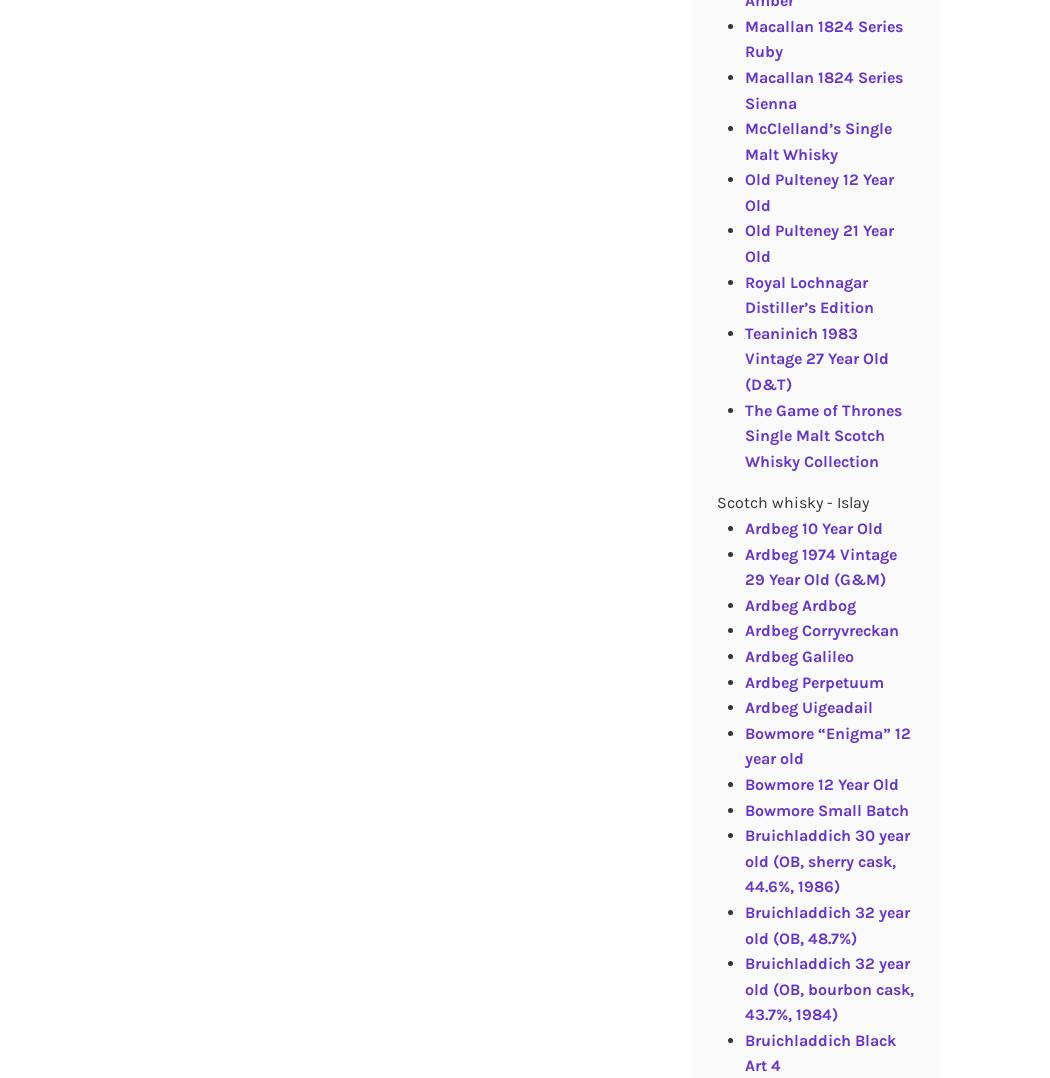  I want to click on 'Macallan 1824 Series Ruby', so click(821, 37).